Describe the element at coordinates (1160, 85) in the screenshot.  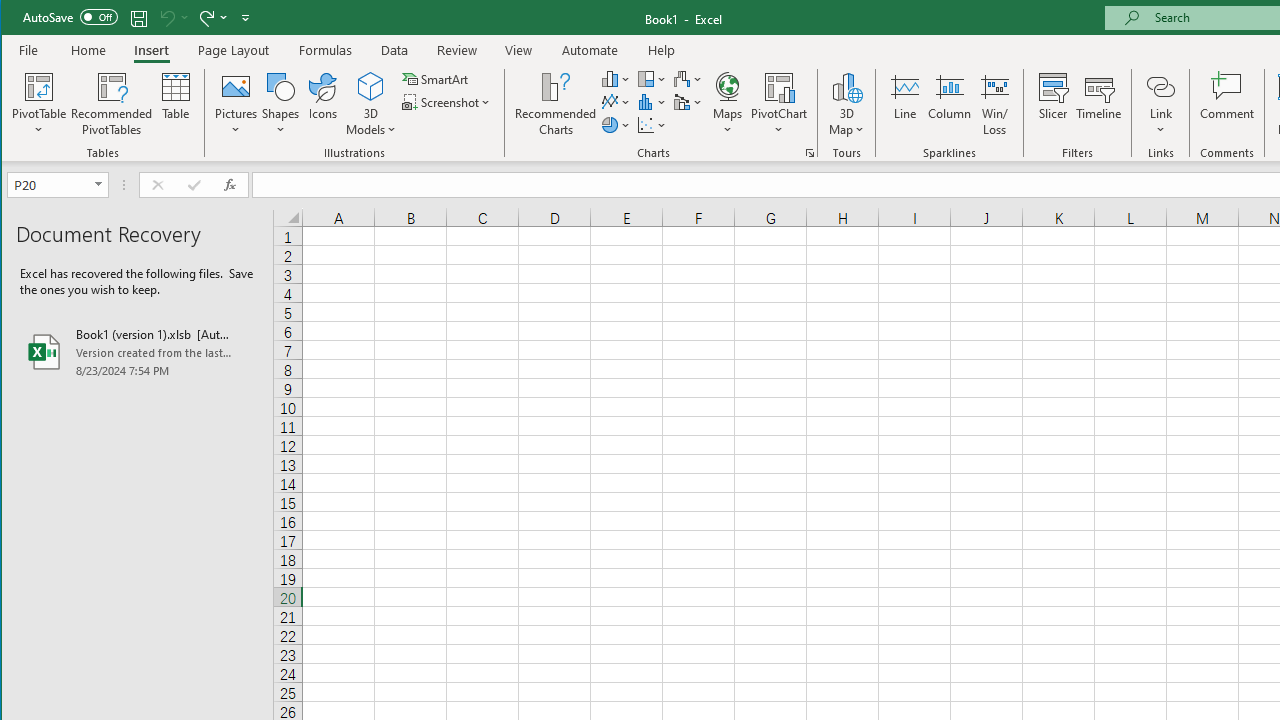
I see `'Link'` at that location.